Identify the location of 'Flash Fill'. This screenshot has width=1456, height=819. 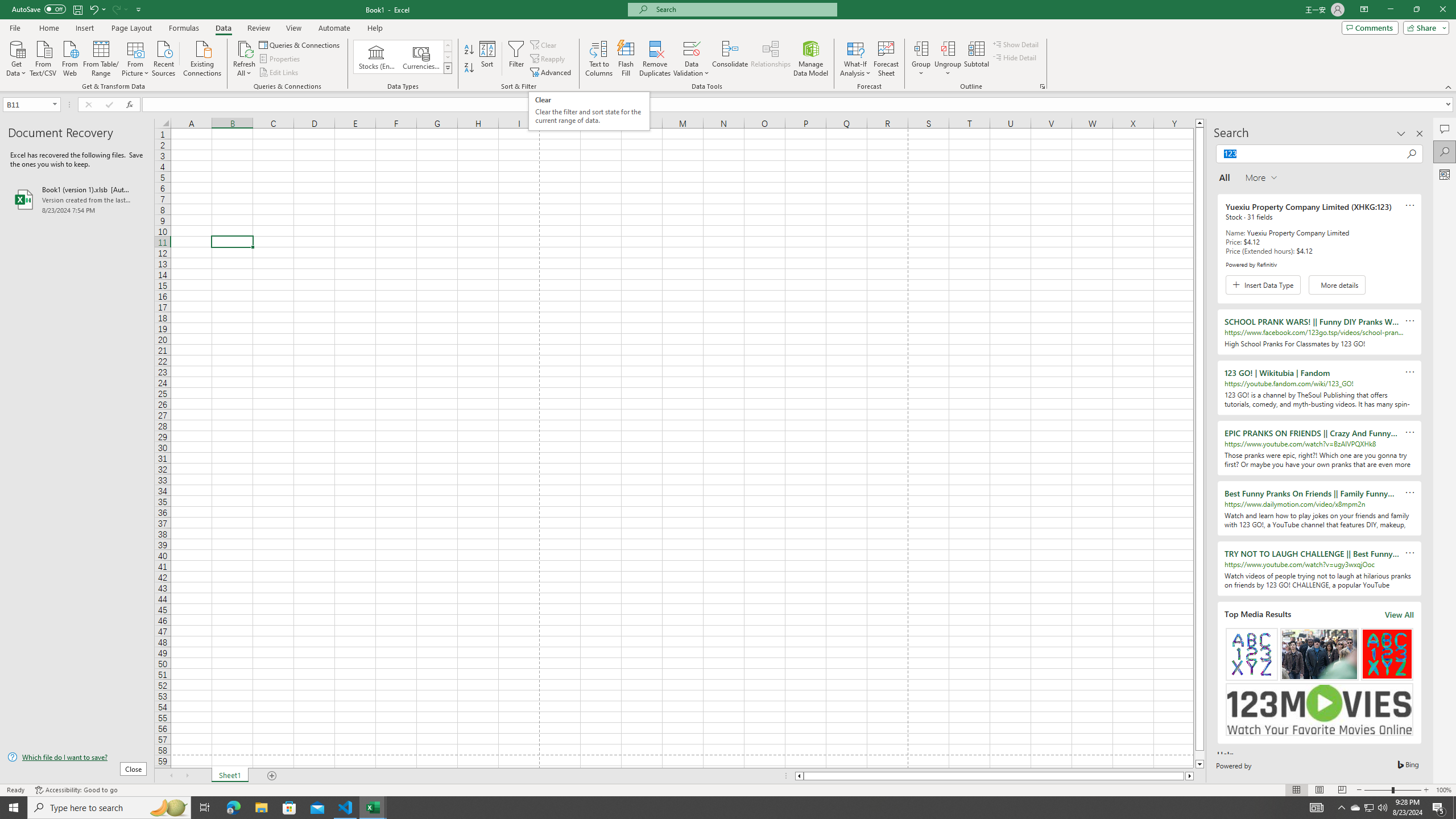
(626, 59).